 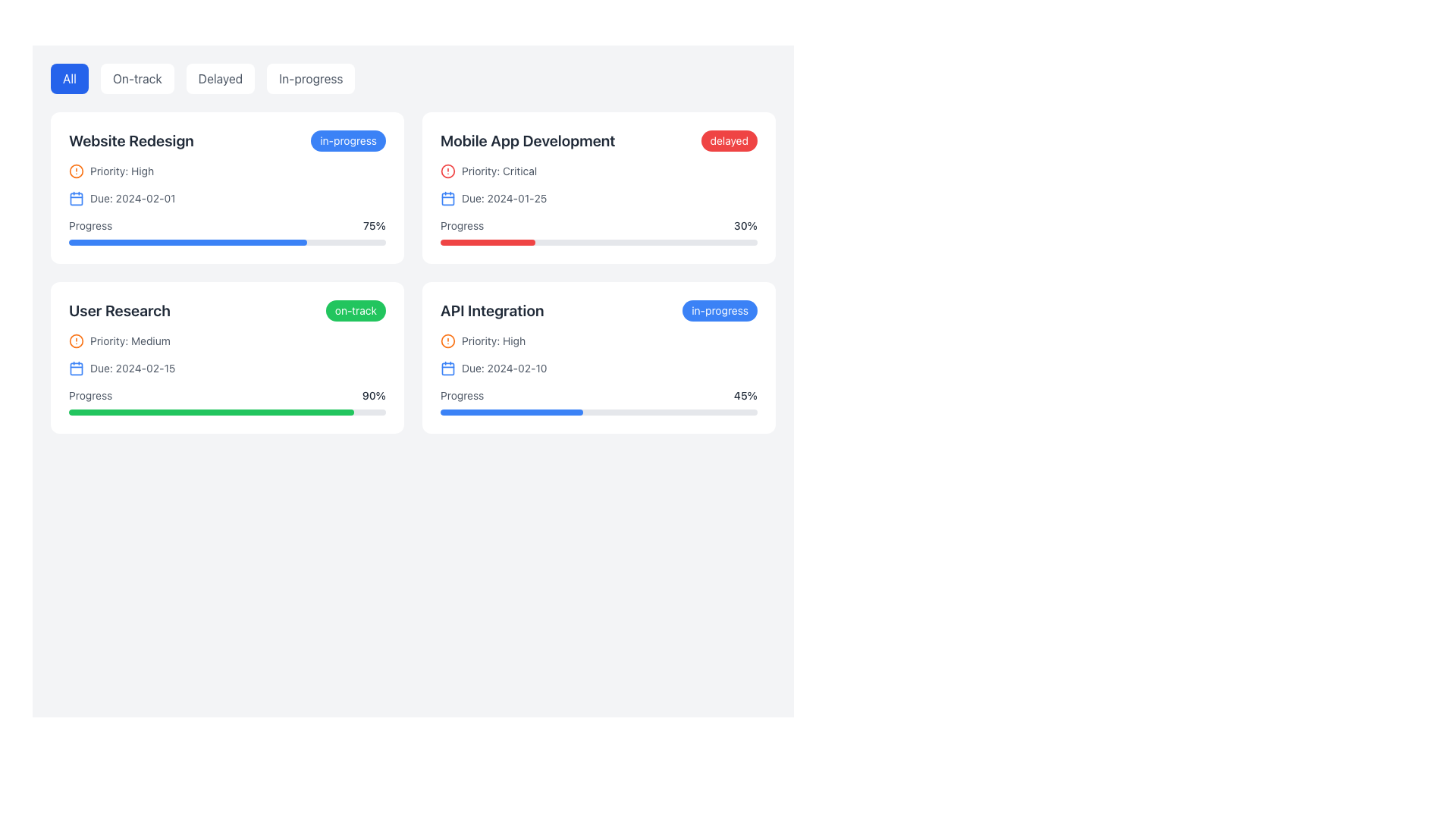 What do you see at coordinates (745, 394) in the screenshot?
I see `the static text element displaying '45%' which indicates progress metrics, located under the heading 'Progress' in the bottom-right quadrant of the card labeled 'API Integration'` at bounding box center [745, 394].